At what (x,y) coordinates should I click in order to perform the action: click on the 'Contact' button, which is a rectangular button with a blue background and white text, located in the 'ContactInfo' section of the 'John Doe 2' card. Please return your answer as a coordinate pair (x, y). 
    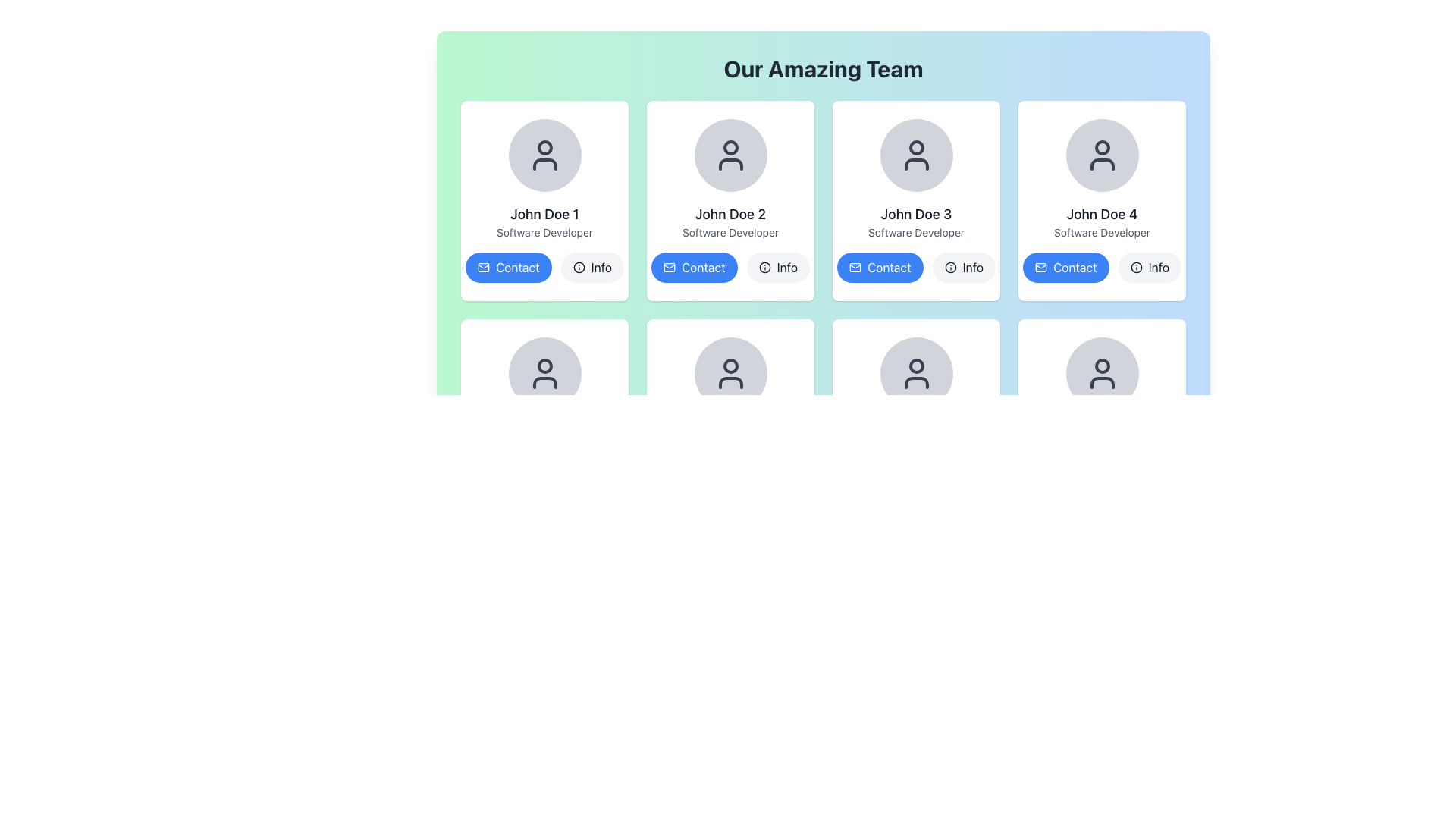
    Looking at the image, I should click on (730, 267).